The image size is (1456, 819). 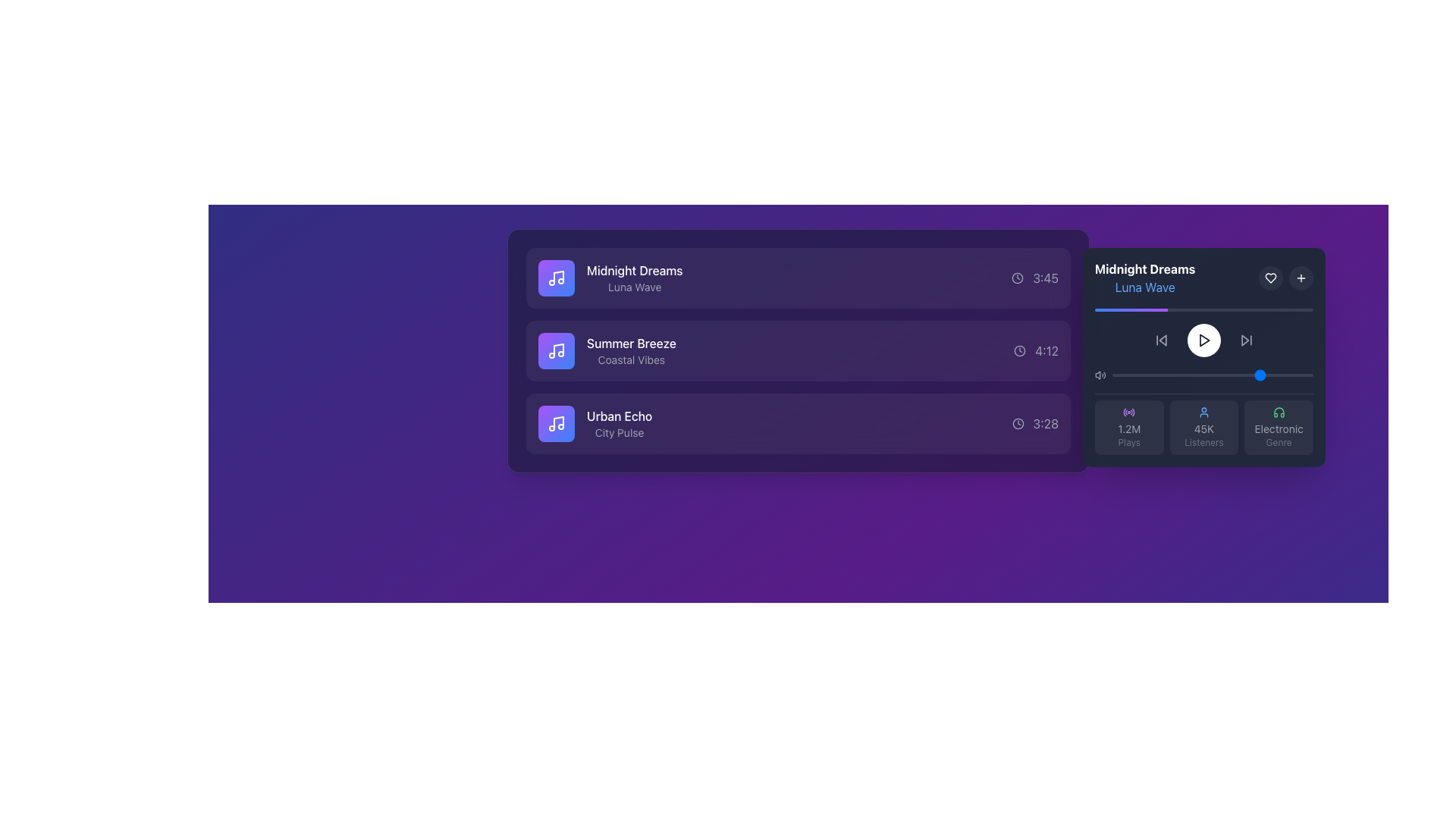 What do you see at coordinates (1232, 375) in the screenshot?
I see `the slider` at bounding box center [1232, 375].